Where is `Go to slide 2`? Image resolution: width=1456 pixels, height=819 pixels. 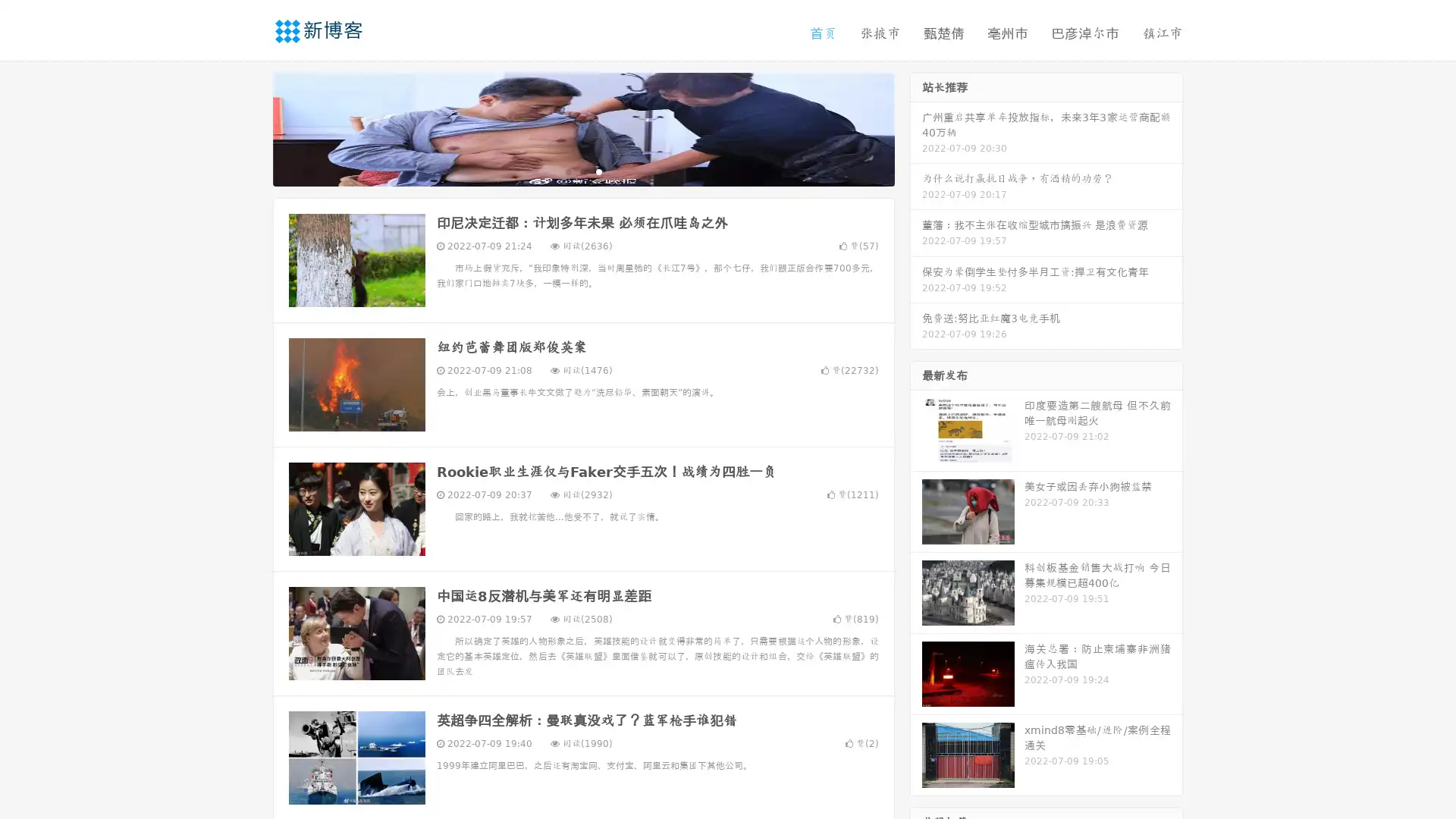 Go to slide 2 is located at coordinates (582, 171).